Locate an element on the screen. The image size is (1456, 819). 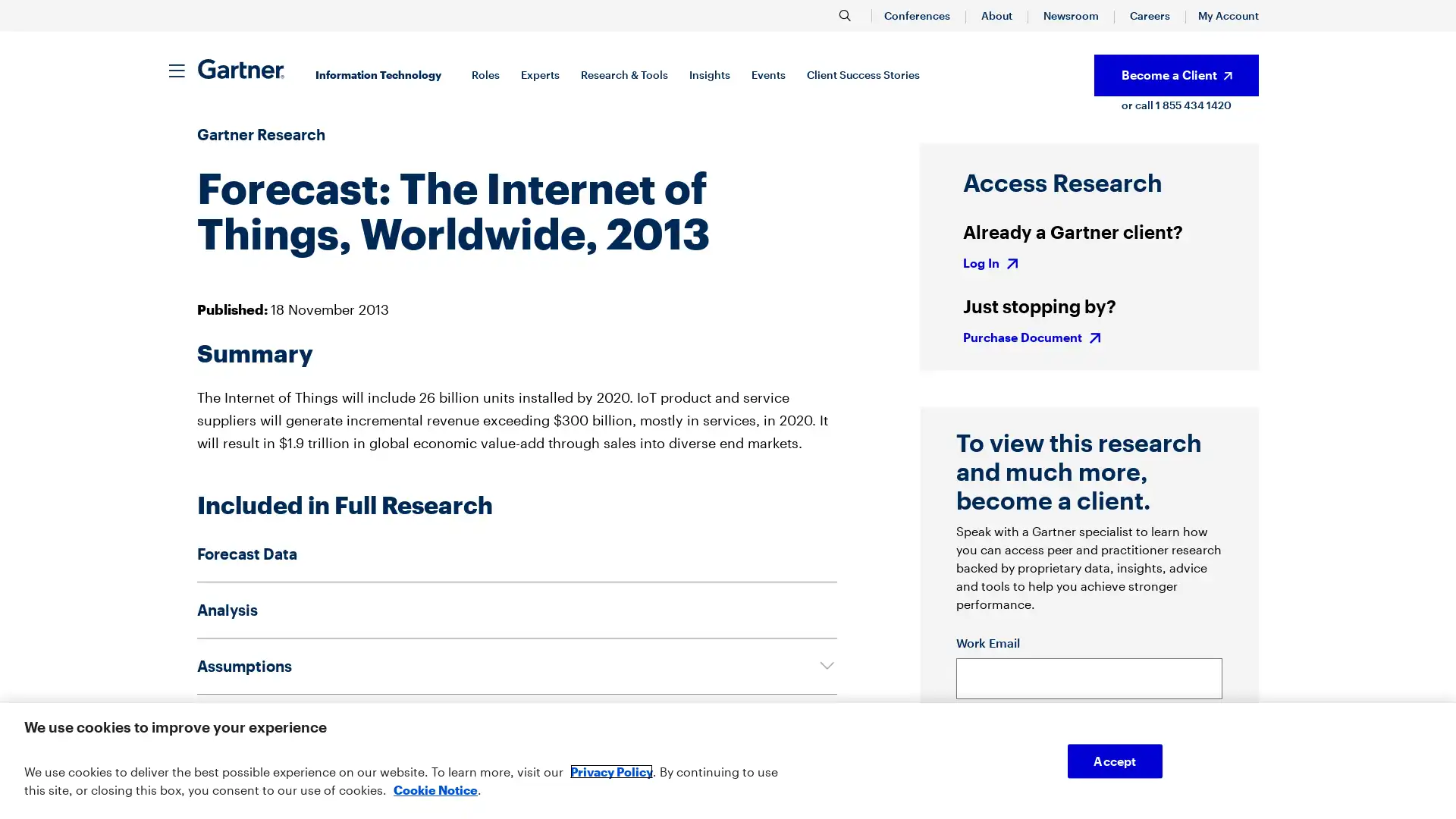
Purchase Document is located at coordinates (1033, 336).